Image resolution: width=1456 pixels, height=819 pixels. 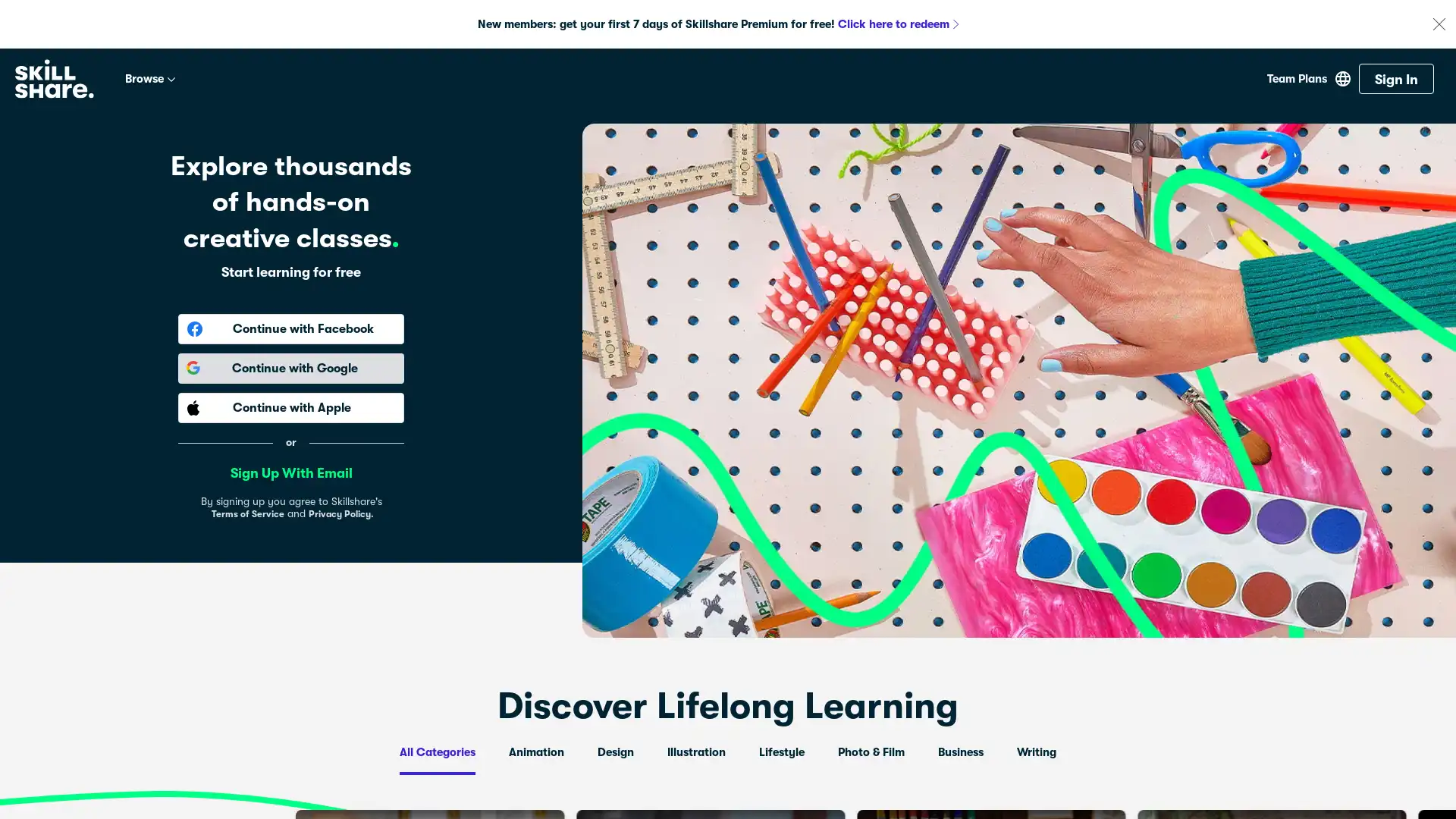 What do you see at coordinates (291, 406) in the screenshot?
I see `Continue with Apple` at bounding box center [291, 406].